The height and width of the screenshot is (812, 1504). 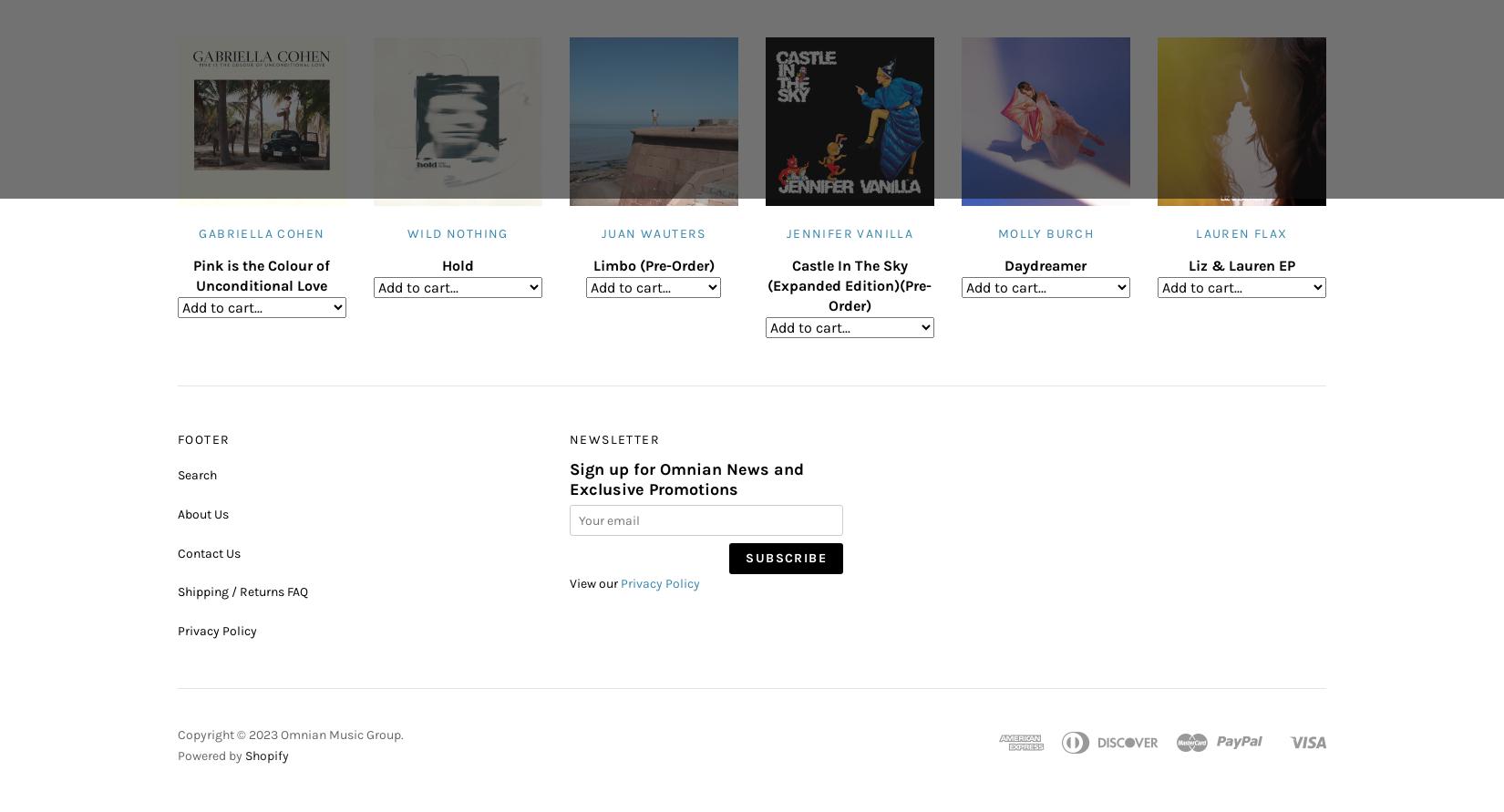 I want to click on 'Juan Wauters', so click(x=652, y=232).